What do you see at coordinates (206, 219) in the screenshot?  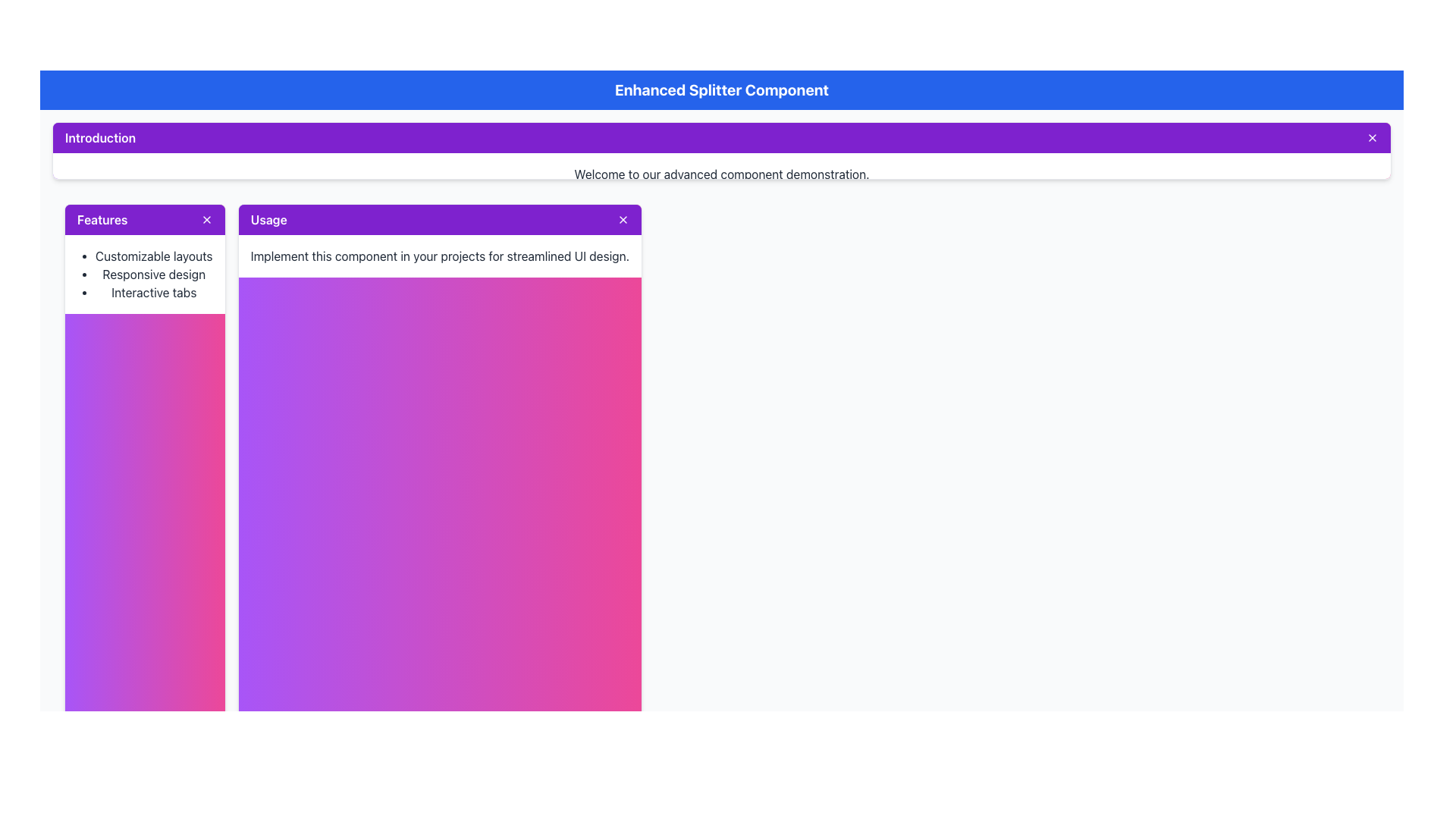 I see `the close button for the 'Features' panel, located at the upper-right corner of the section` at bounding box center [206, 219].